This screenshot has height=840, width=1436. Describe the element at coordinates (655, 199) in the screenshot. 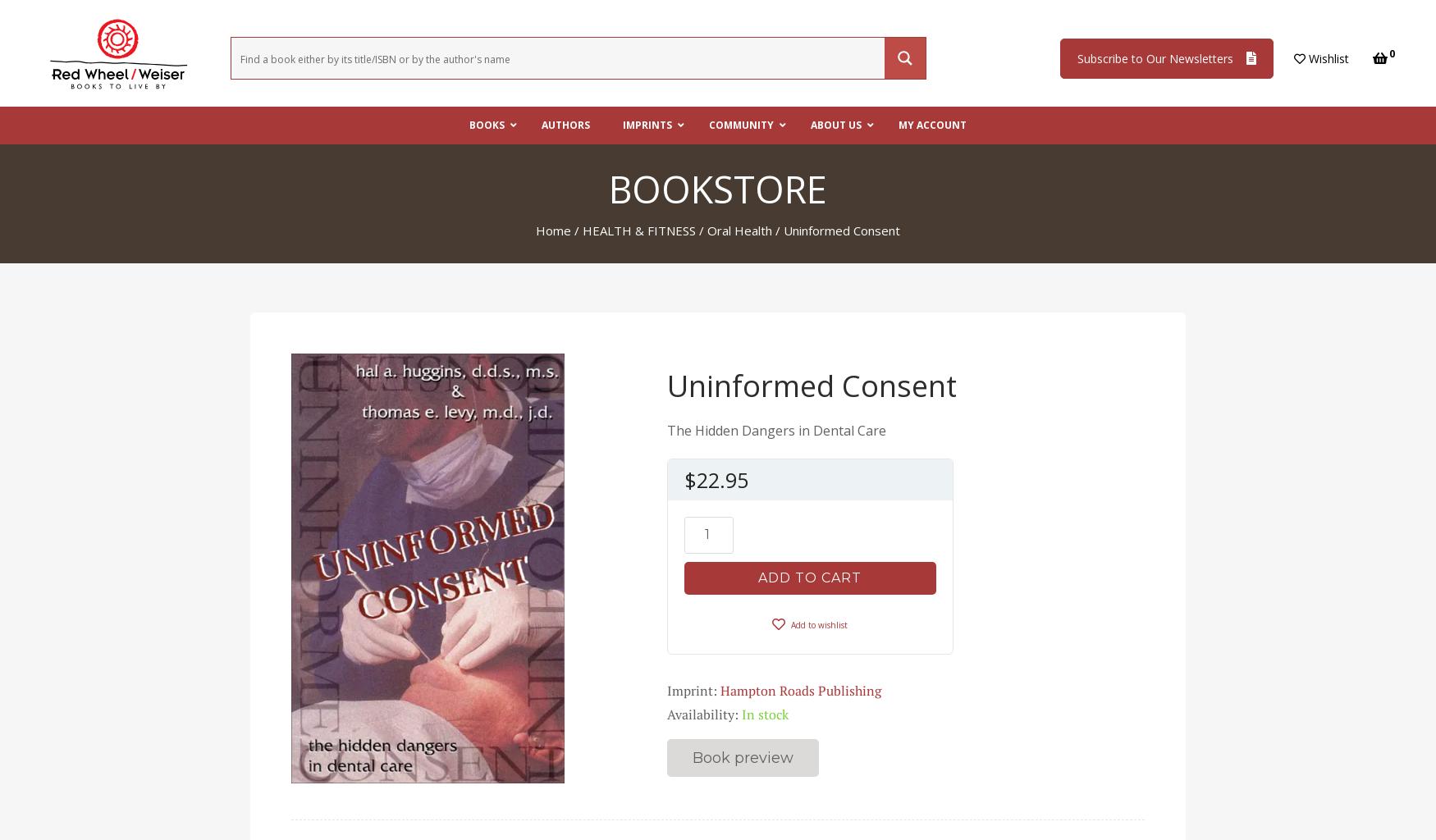

I see `'Weiser Books'` at that location.